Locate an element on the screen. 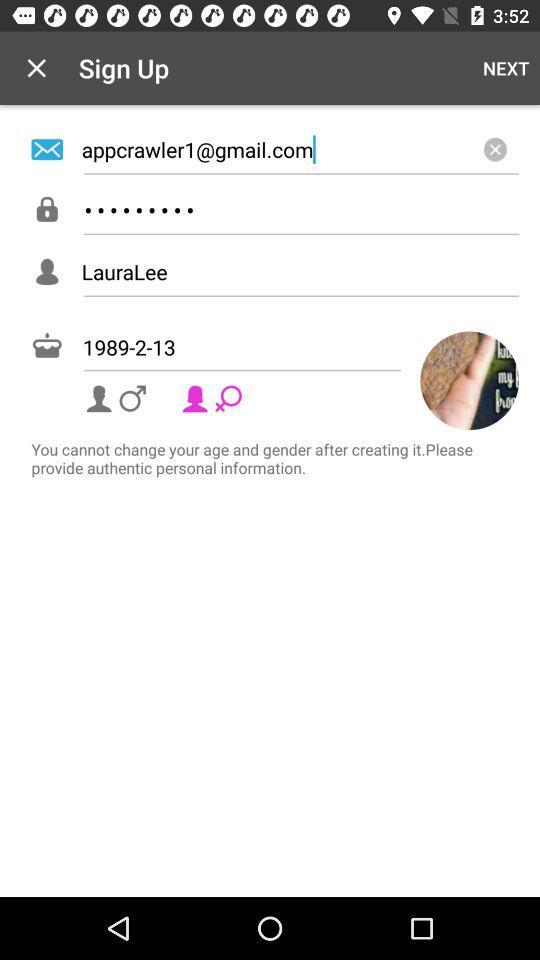 This screenshot has height=960, width=540. icon above you cannot change is located at coordinates (469, 379).